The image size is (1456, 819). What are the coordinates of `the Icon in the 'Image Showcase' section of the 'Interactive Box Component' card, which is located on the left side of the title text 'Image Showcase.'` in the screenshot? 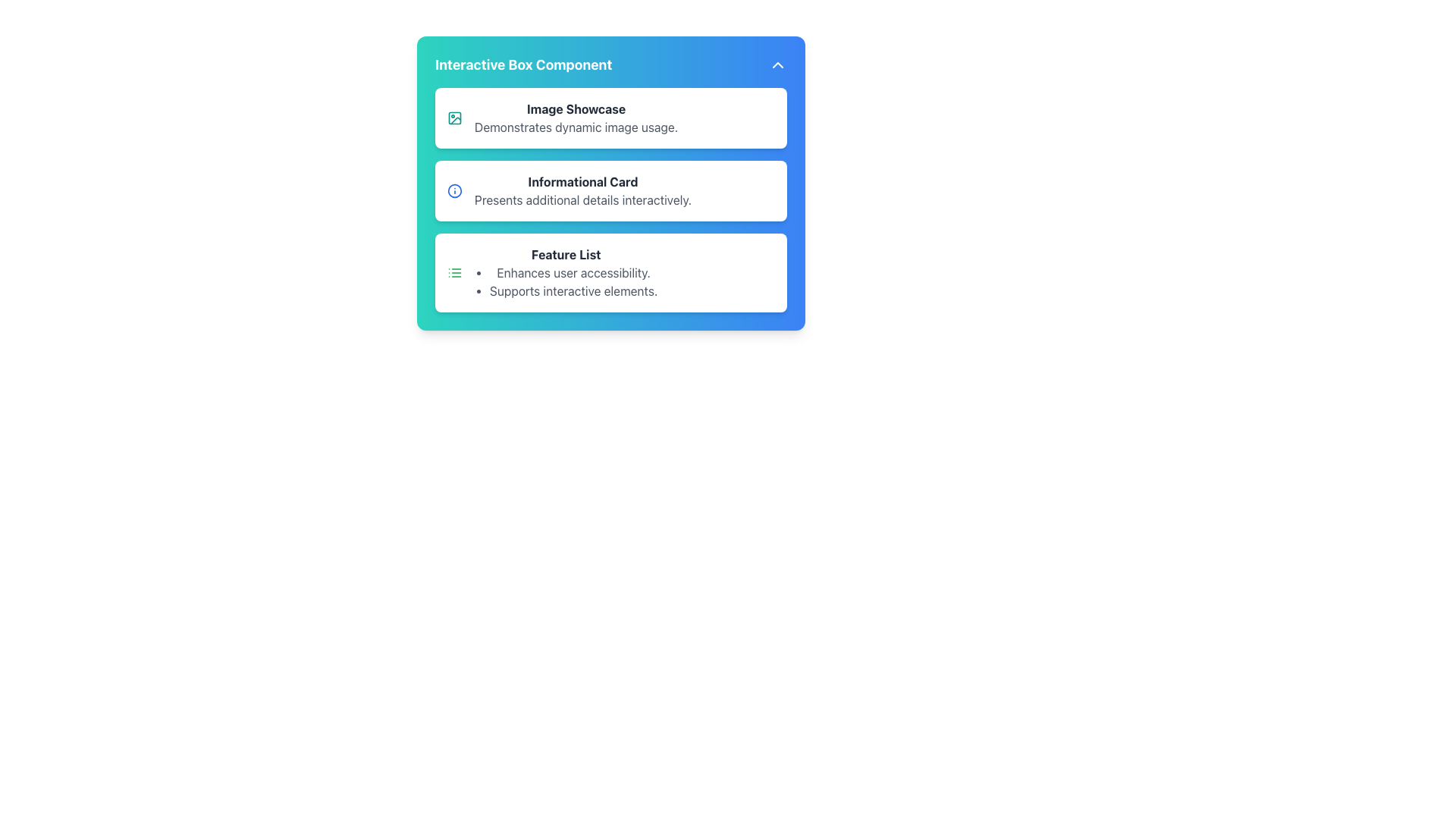 It's located at (454, 117).